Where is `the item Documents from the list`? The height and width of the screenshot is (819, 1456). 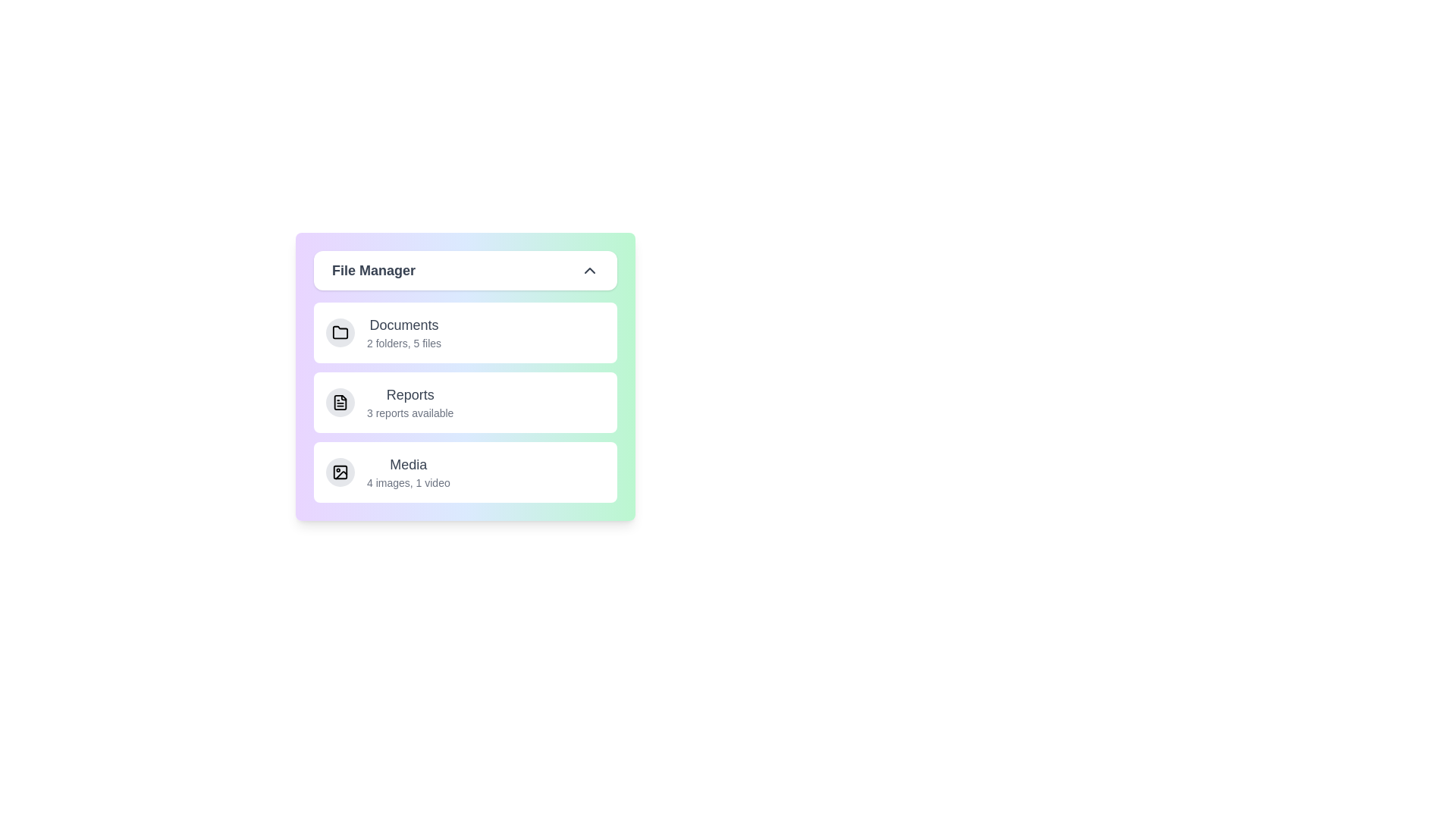
the item Documents from the list is located at coordinates (465, 332).